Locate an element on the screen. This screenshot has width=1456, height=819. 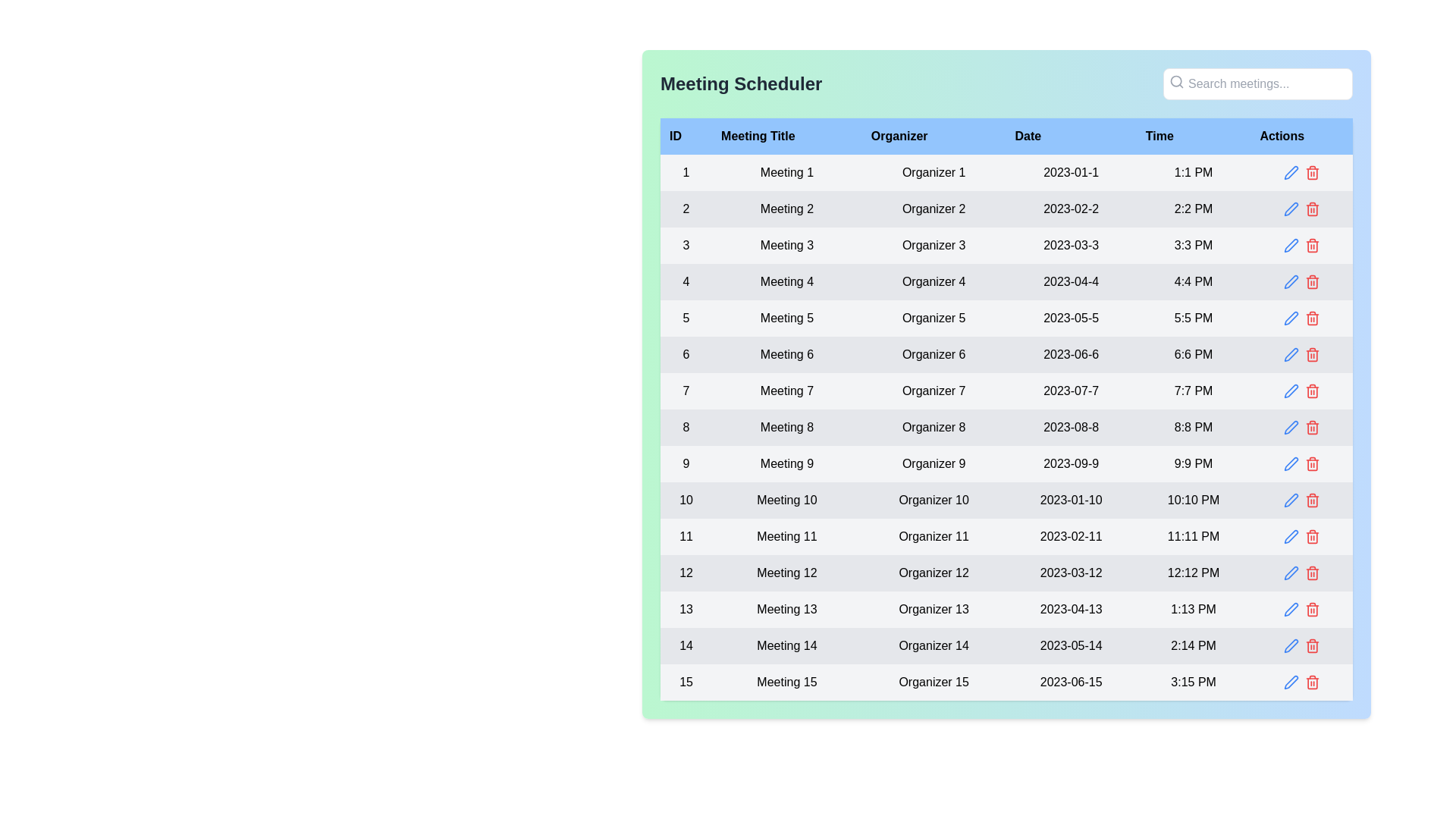
the non-interactive text displaying the organizer information for Meeting 9, located in the 'Organizer' column of row ID 9 in the table is located at coordinates (933, 463).